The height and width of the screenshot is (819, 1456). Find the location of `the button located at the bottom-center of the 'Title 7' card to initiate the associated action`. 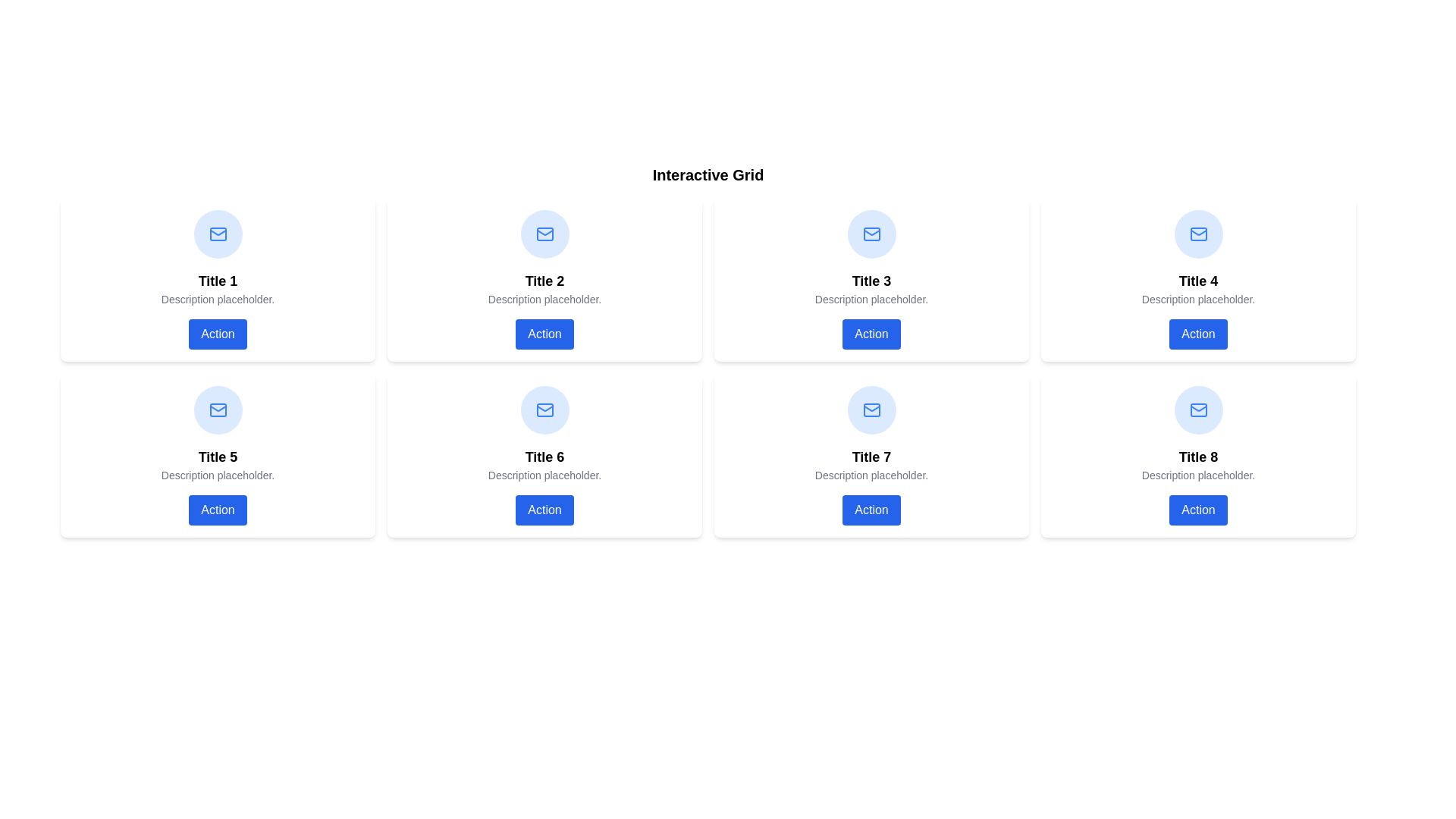

the button located at the bottom-center of the 'Title 7' card to initiate the associated action is located at coordinates (871, 510).